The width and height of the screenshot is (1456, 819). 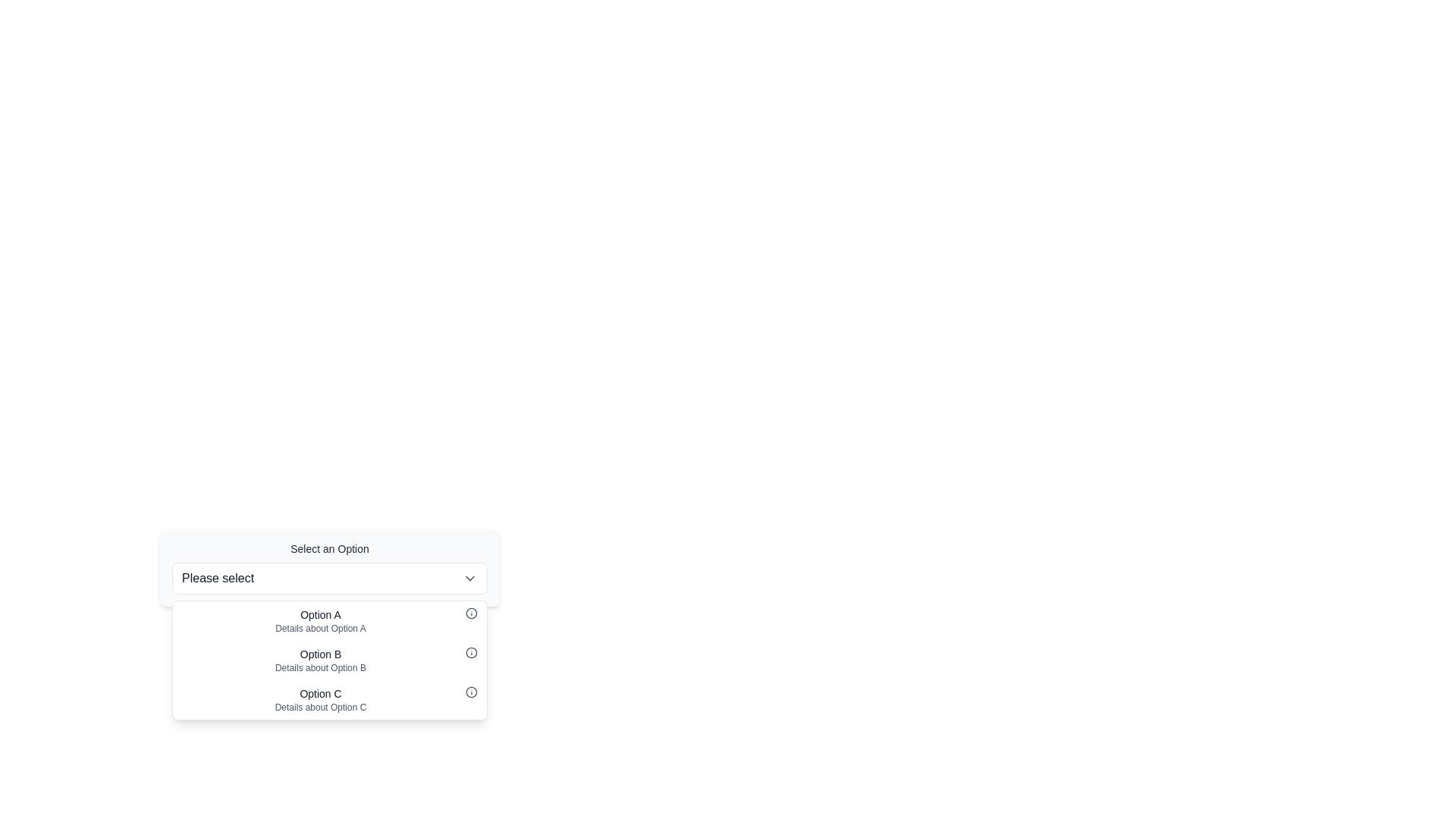 What do you see at coordinates (329, 549) in the screenshot?
I see `the label displaying 'Select an Option', which is styled with a small font size, medium weight, and dark gray color, located above the dropdown component titled 'Please select'` at bounding box center [329, 549].